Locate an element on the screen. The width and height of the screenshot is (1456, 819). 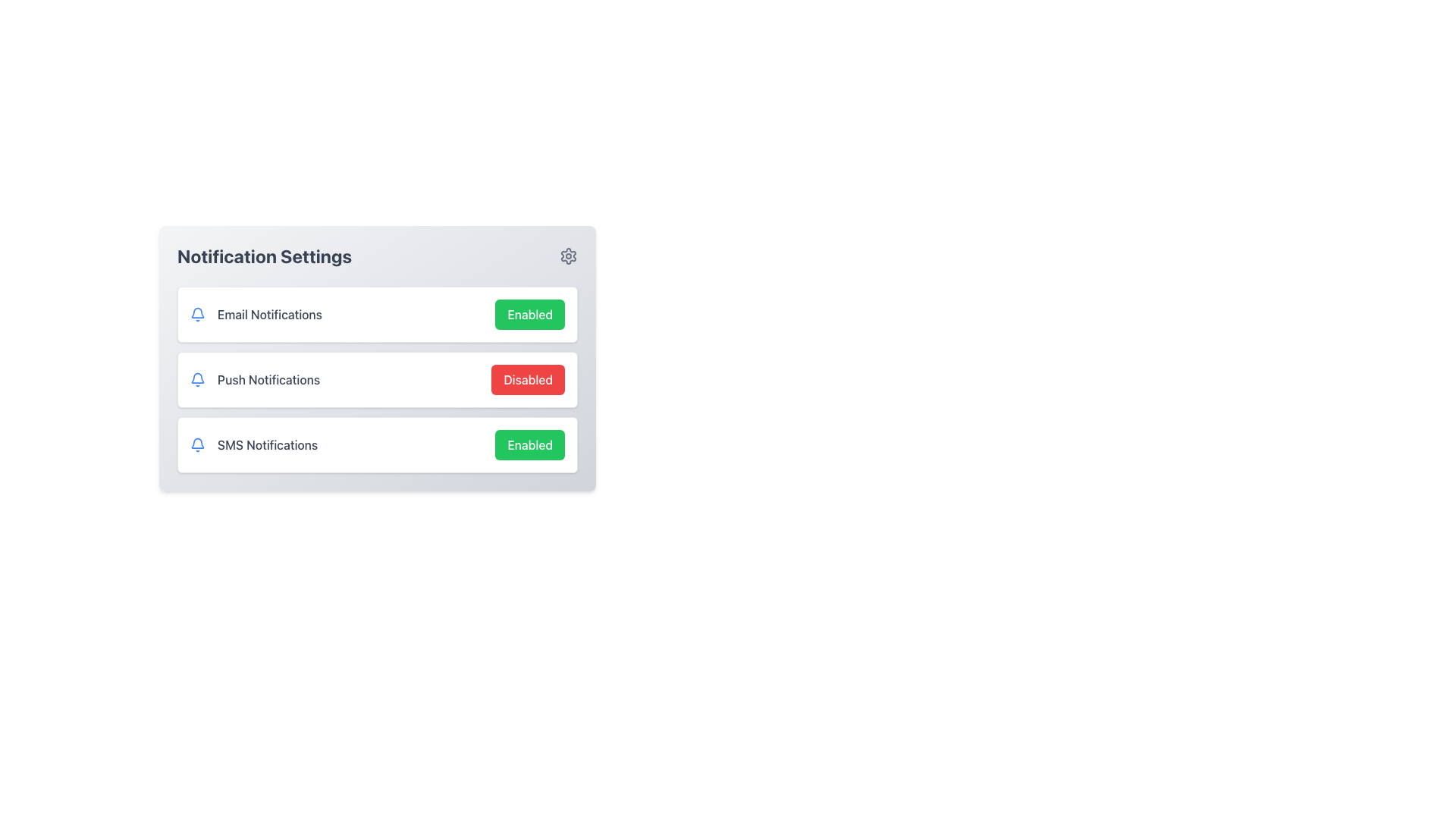
the 'Disabled' button in the 'Push Notifications' section is located at coordinates (378, 379).